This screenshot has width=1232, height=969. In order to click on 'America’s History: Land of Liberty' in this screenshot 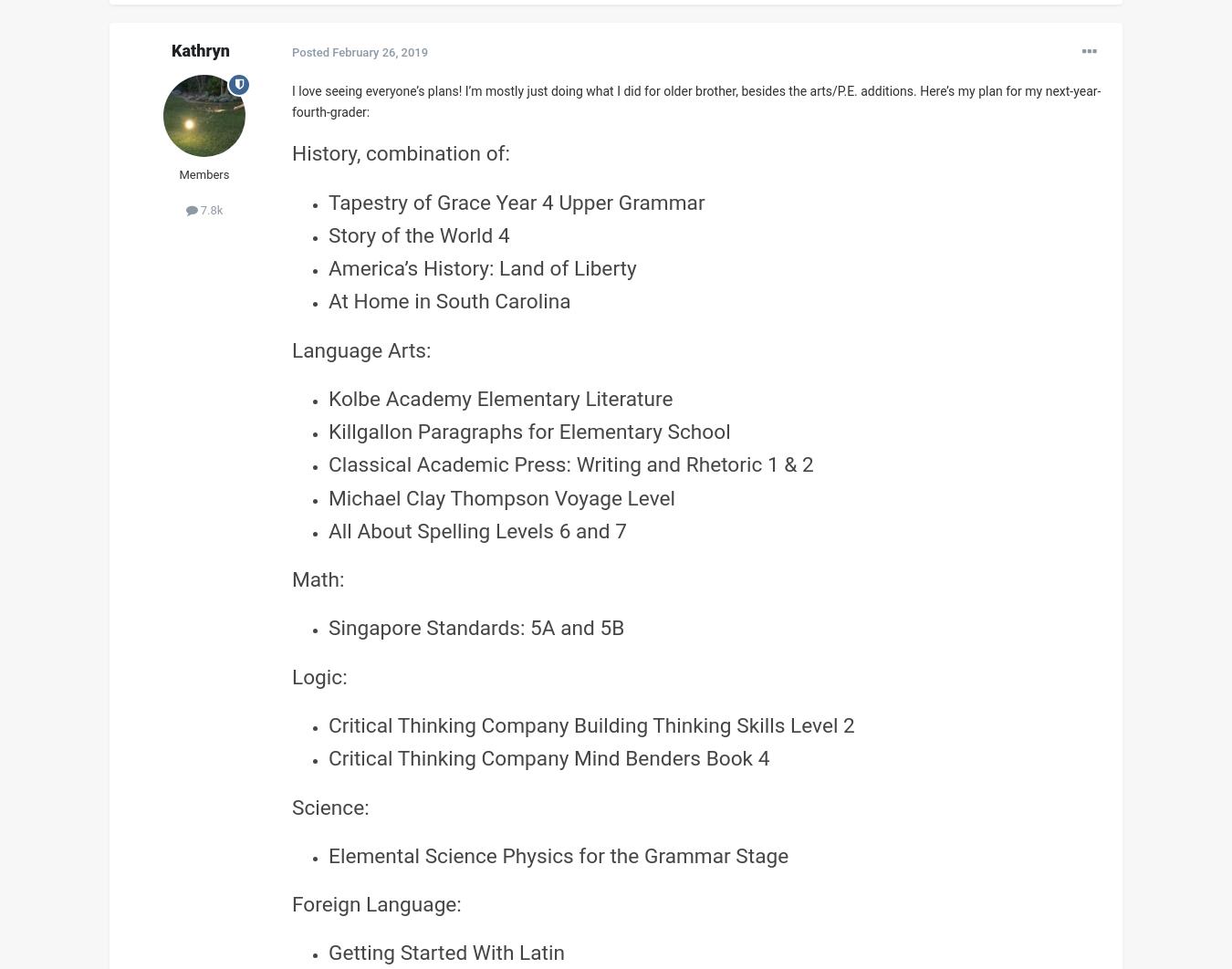, I will do `click(481, 267)`.